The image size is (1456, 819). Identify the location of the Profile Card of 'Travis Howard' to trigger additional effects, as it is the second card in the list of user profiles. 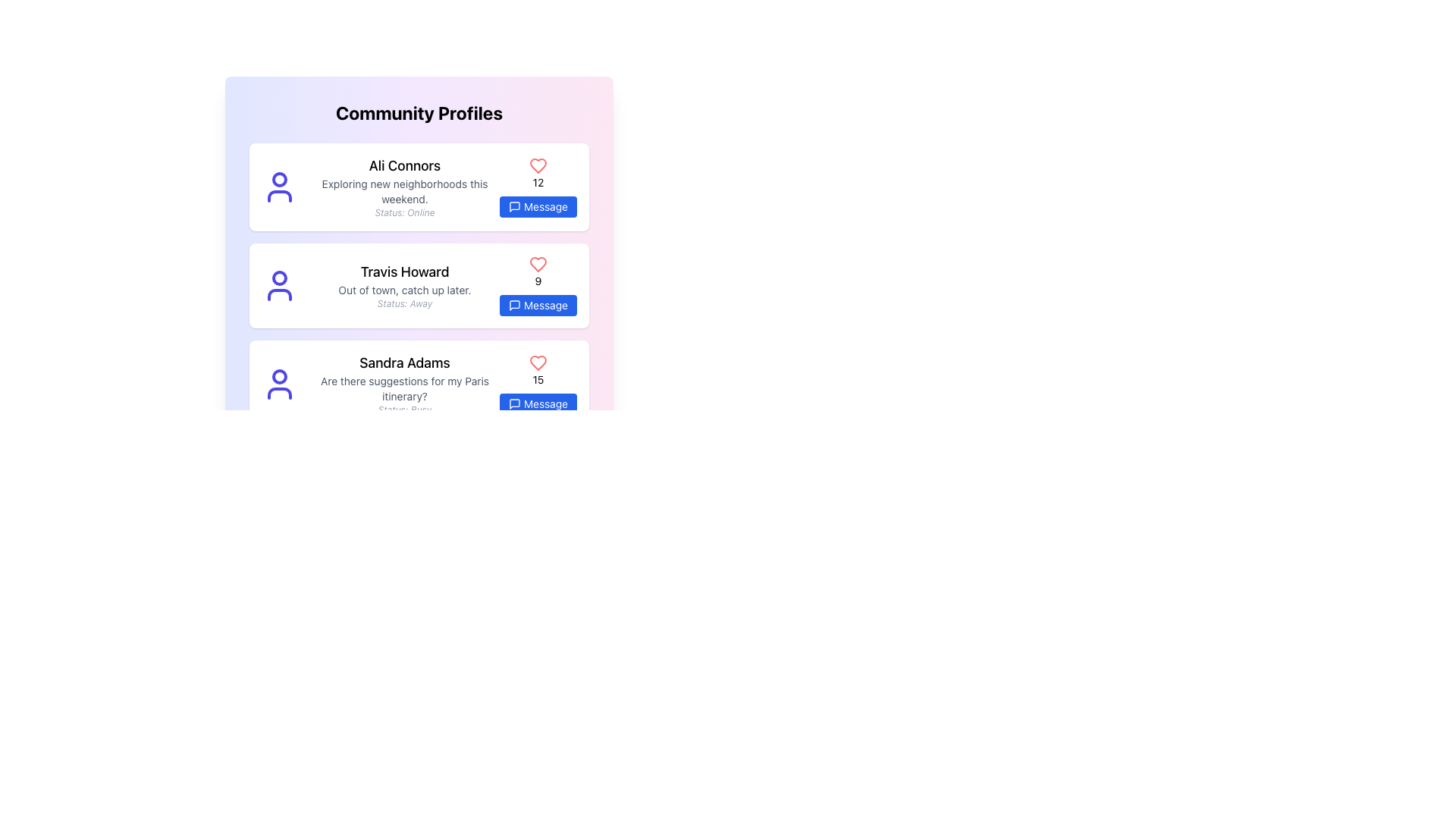
(419, 286).